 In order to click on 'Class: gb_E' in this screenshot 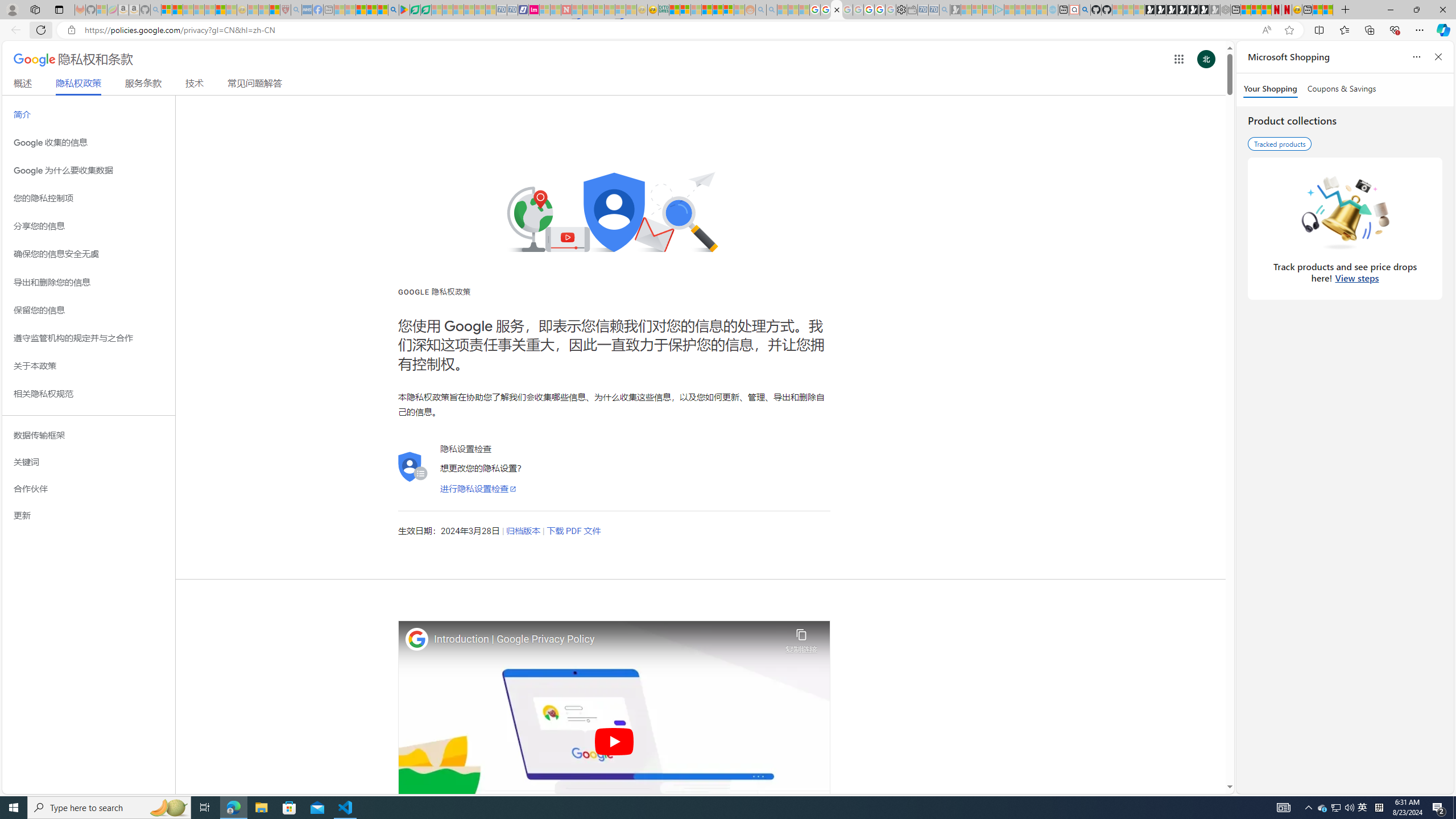, I will do `click(1178, 59)`.